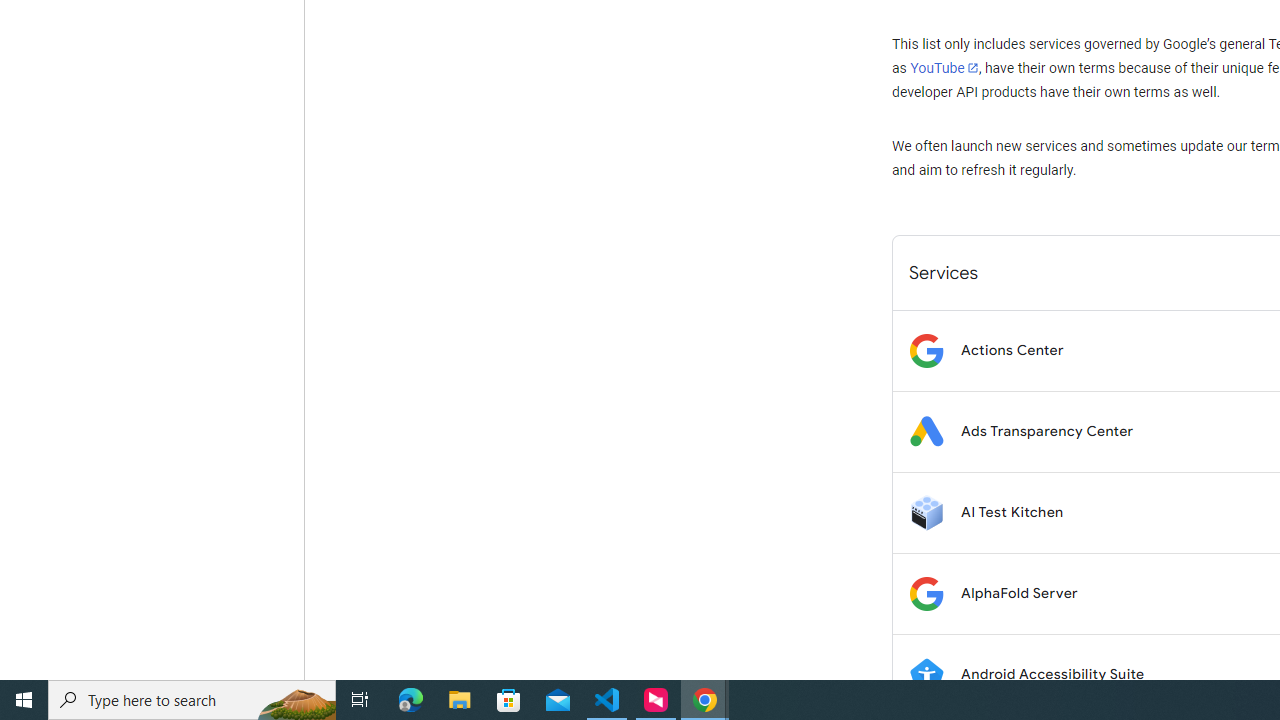  What do you see at coordinates (925, 674) in the screenshot?
I see `'Logo for Android Accessibility Suite'` at bounding box center [925, 674].